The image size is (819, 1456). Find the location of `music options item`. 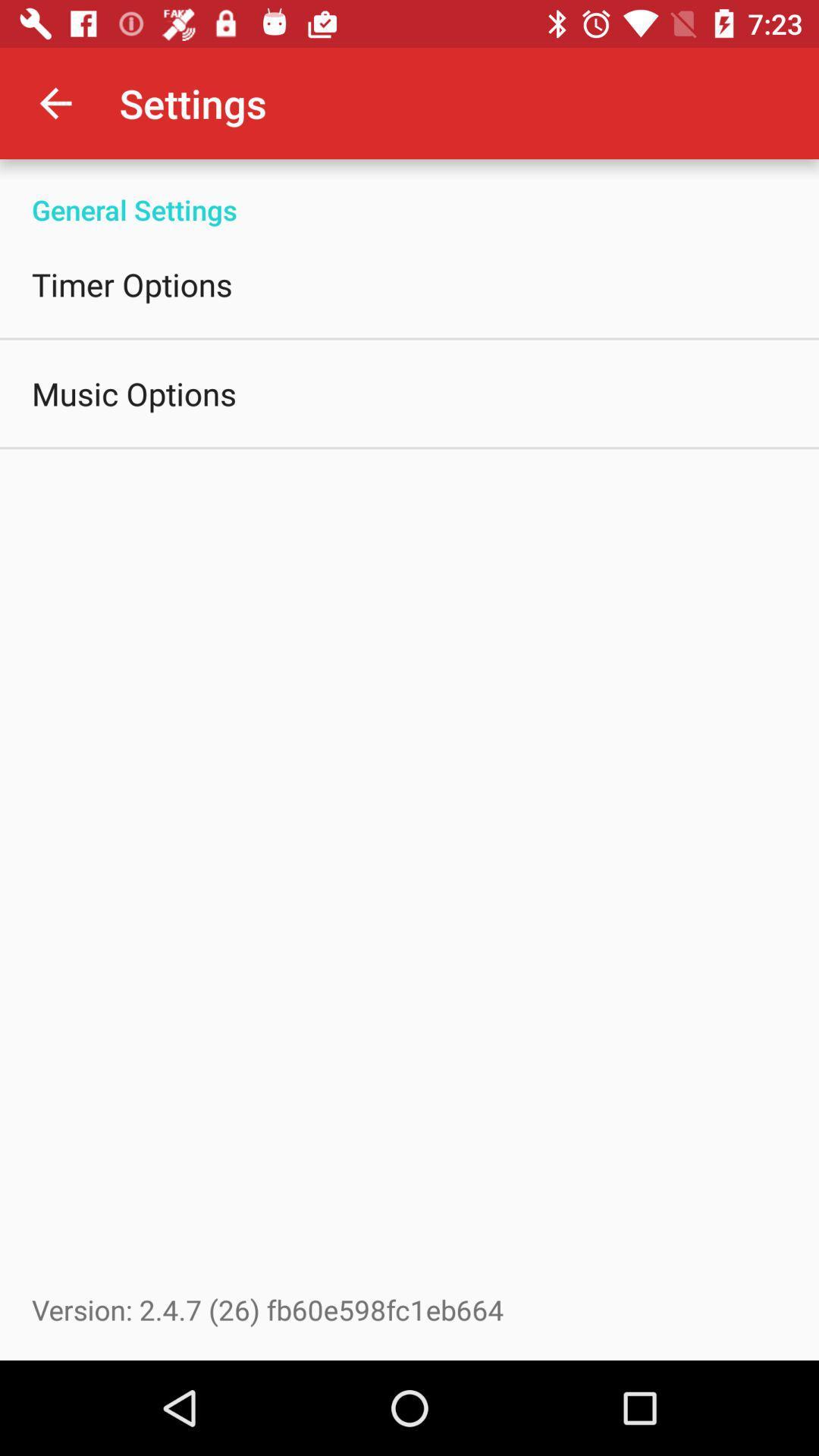

music options item is located at coordinates (133, 393).